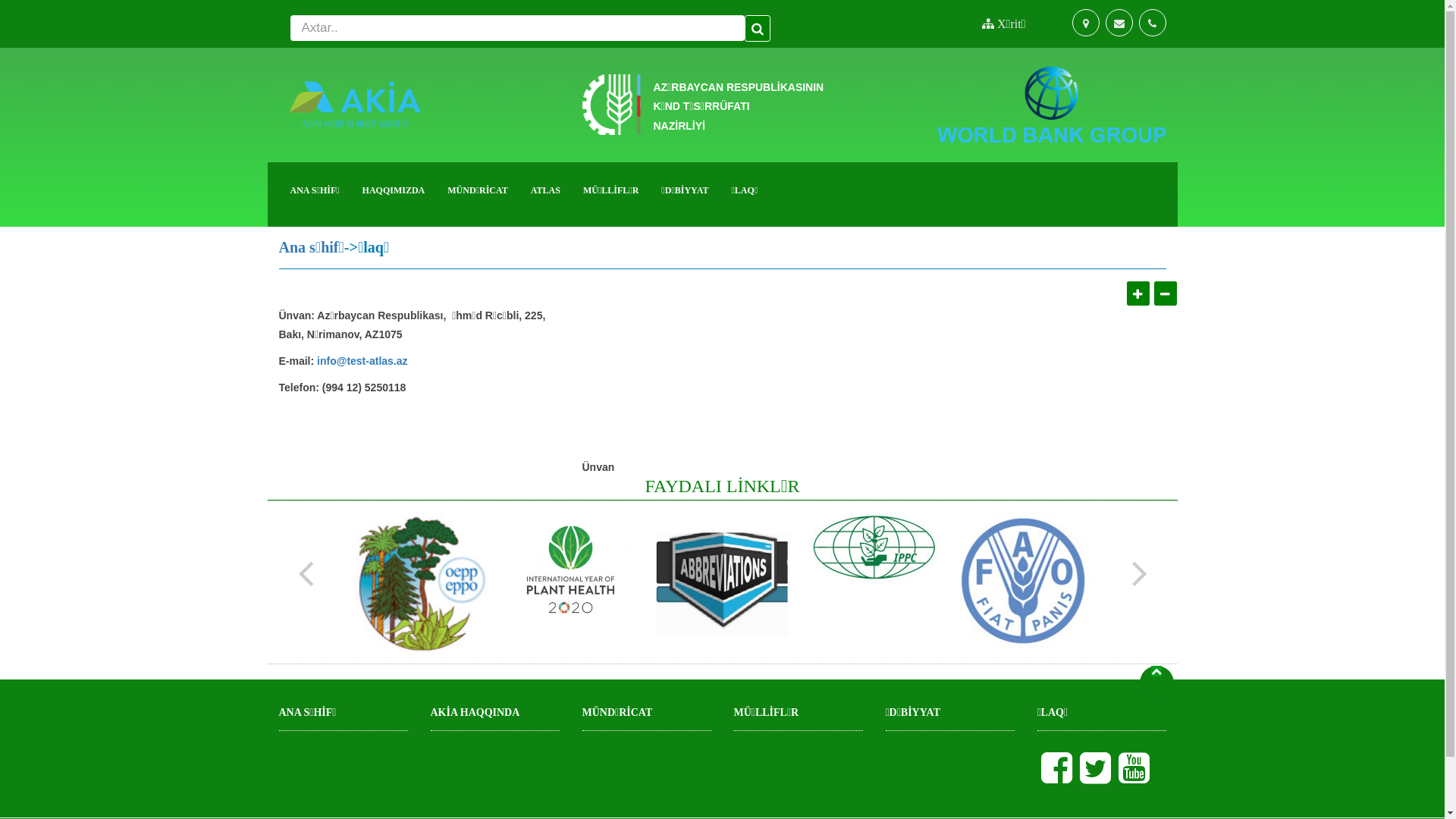  I want to click on '@test-atlas.az', so click(336, 362).